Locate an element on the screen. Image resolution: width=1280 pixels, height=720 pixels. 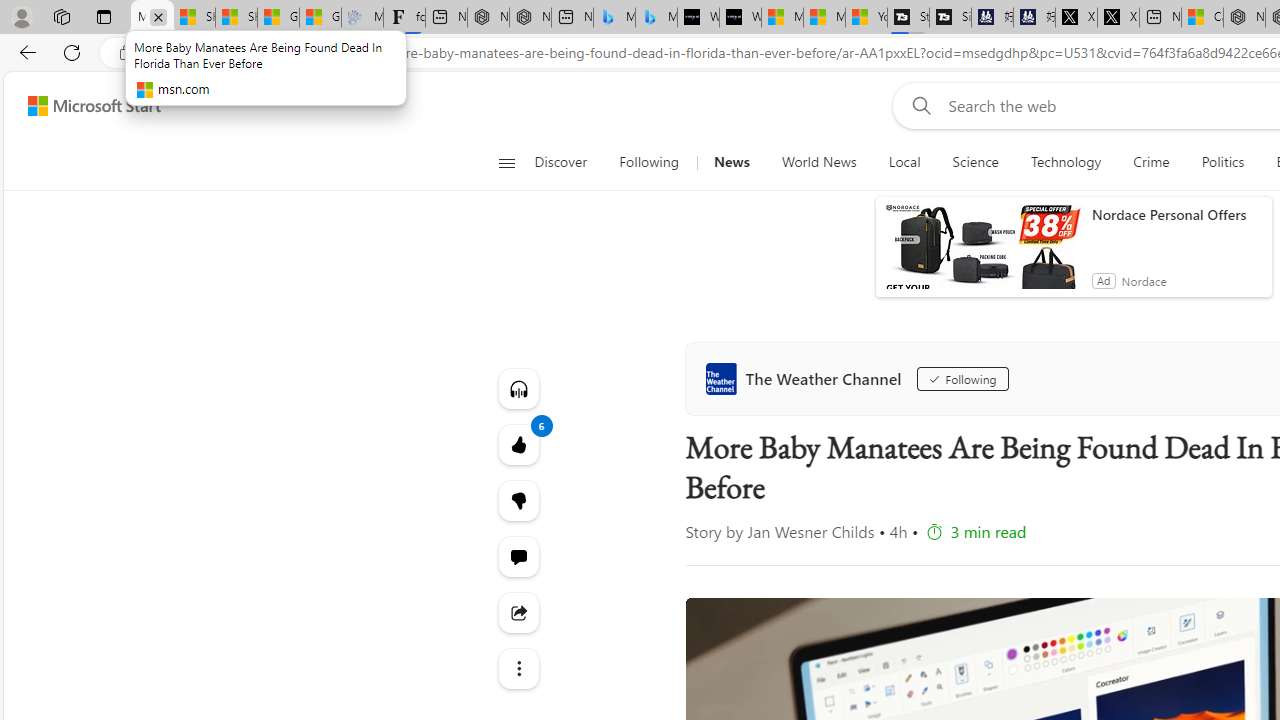
'Dislike' is located at coordinates (518, 500).